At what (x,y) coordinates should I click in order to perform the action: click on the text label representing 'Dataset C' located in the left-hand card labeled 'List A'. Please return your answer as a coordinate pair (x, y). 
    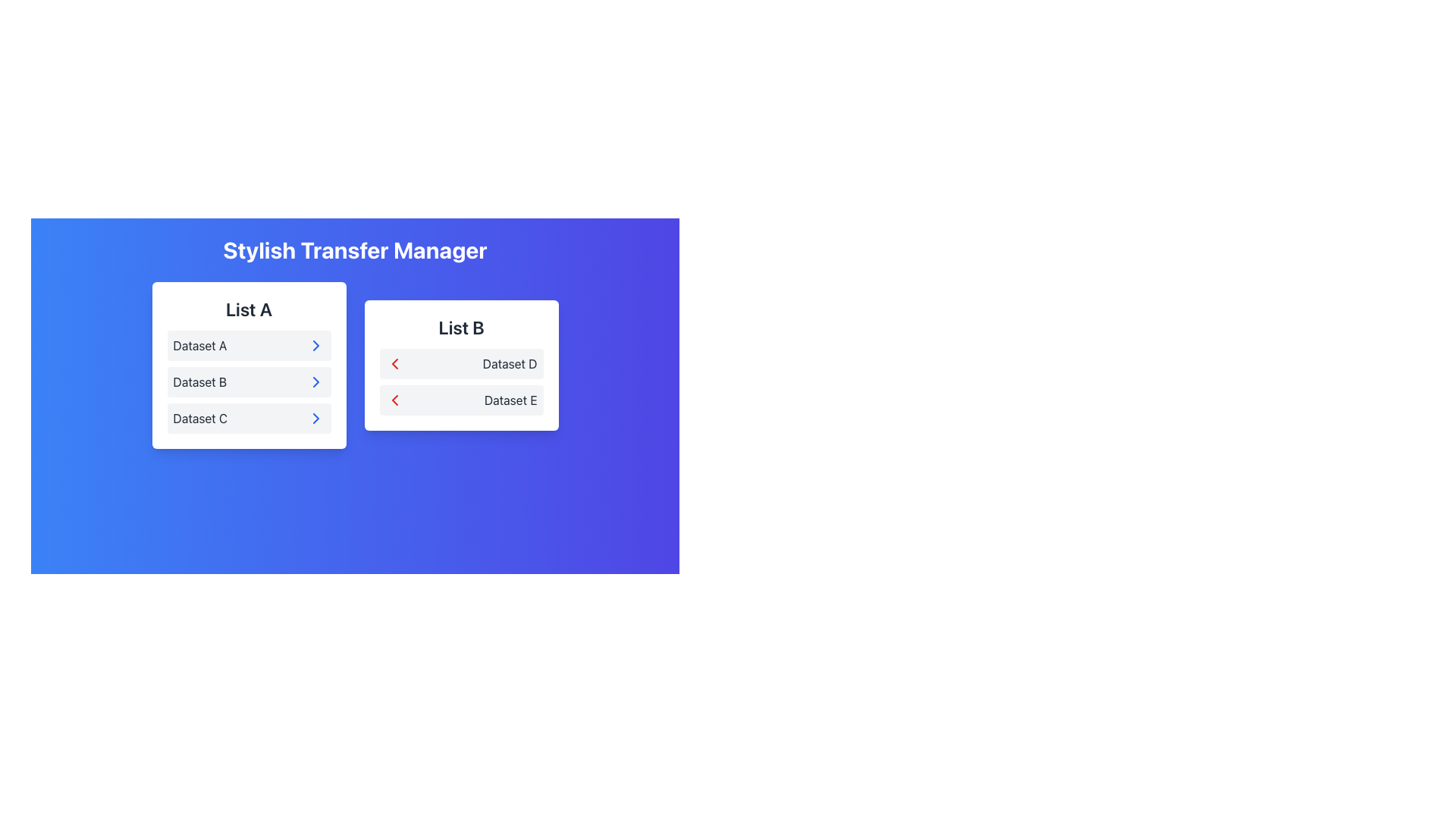
    Looking at the image, I should click on (199, 418).